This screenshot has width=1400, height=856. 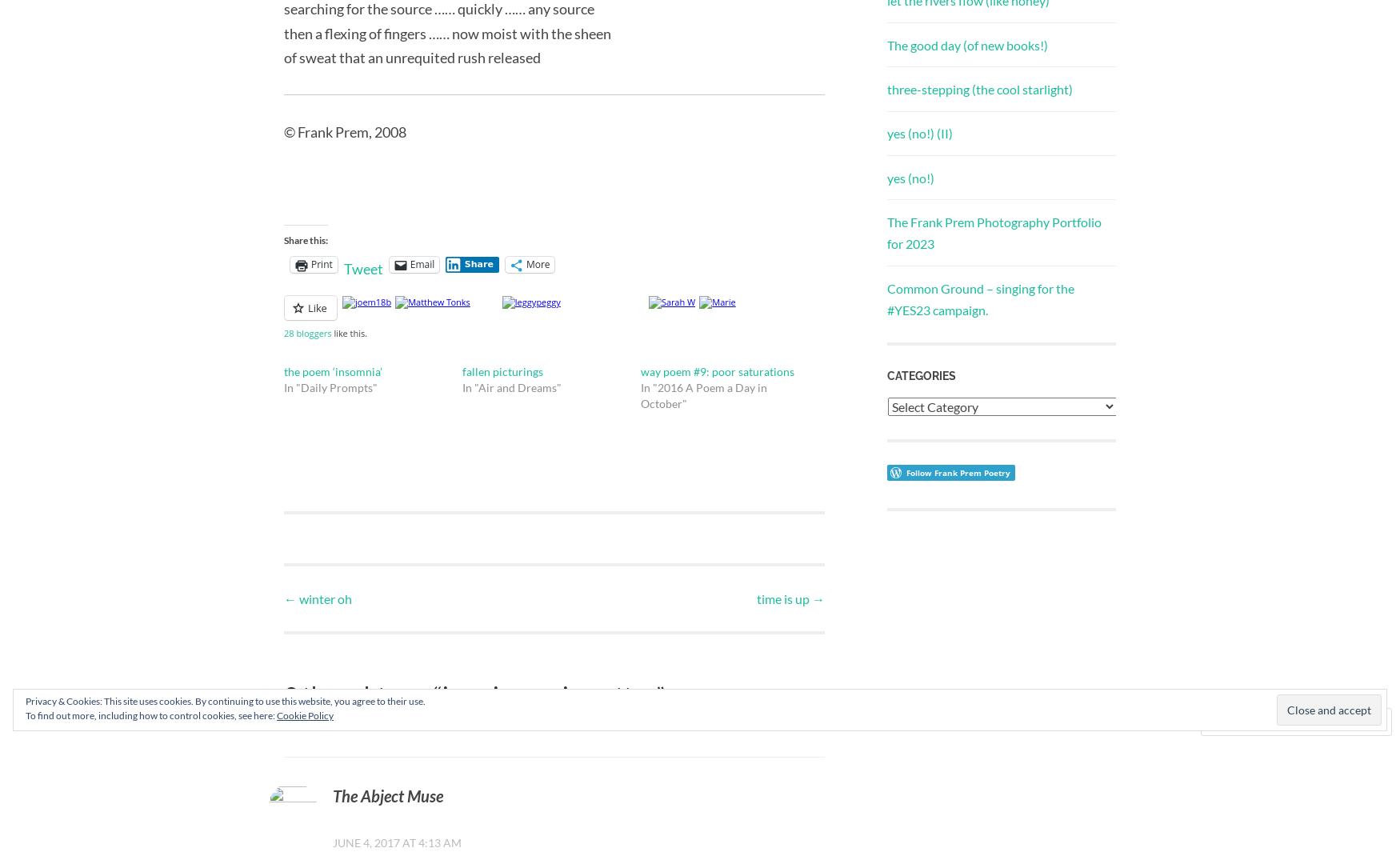 I want to click on 'Tweet', so click(x=362, y=268).